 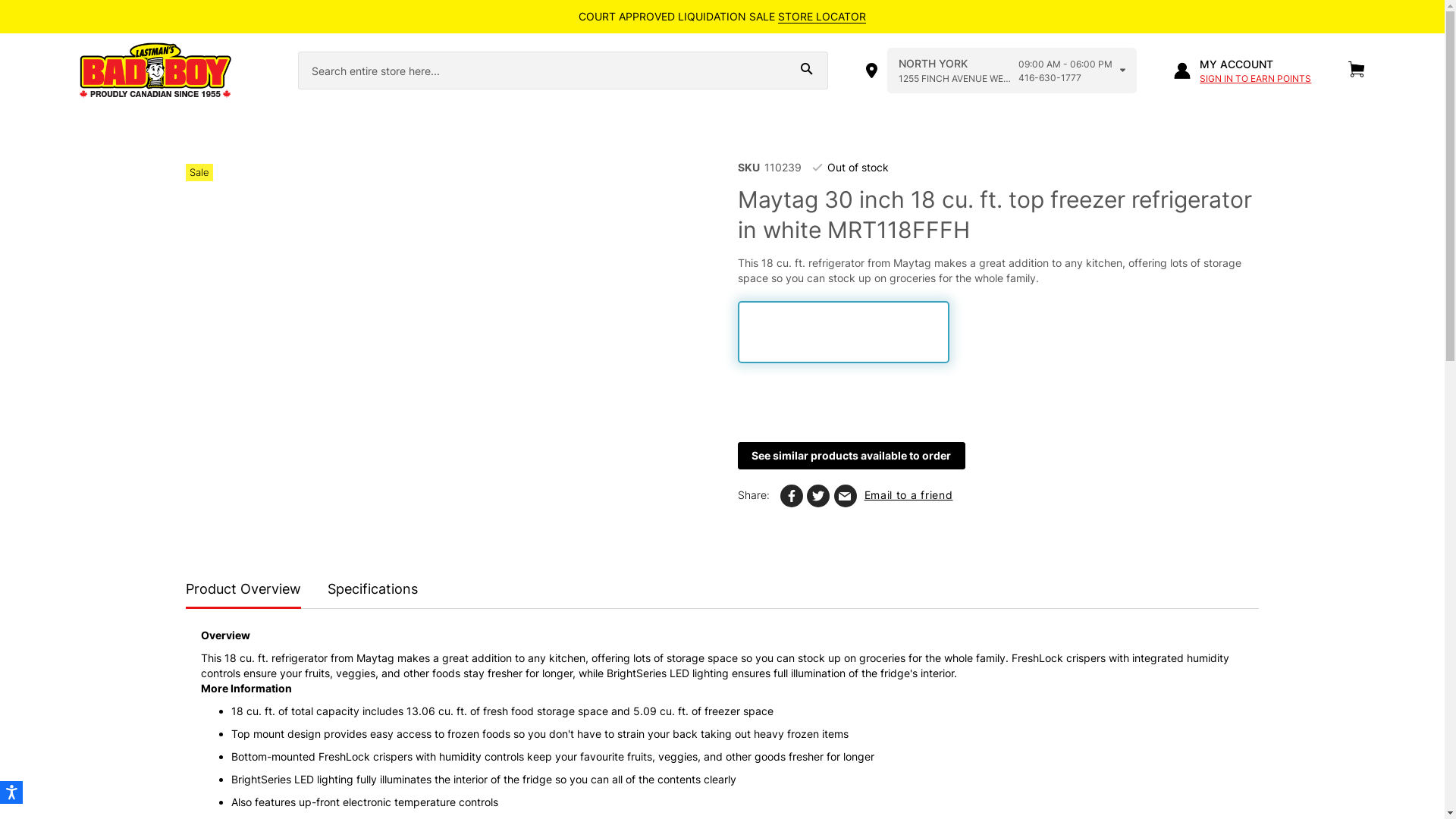 What do you see at coordinates (243, 591) in the screenshot?
I see `'Product Overview'` at bounding box center [243, 591].